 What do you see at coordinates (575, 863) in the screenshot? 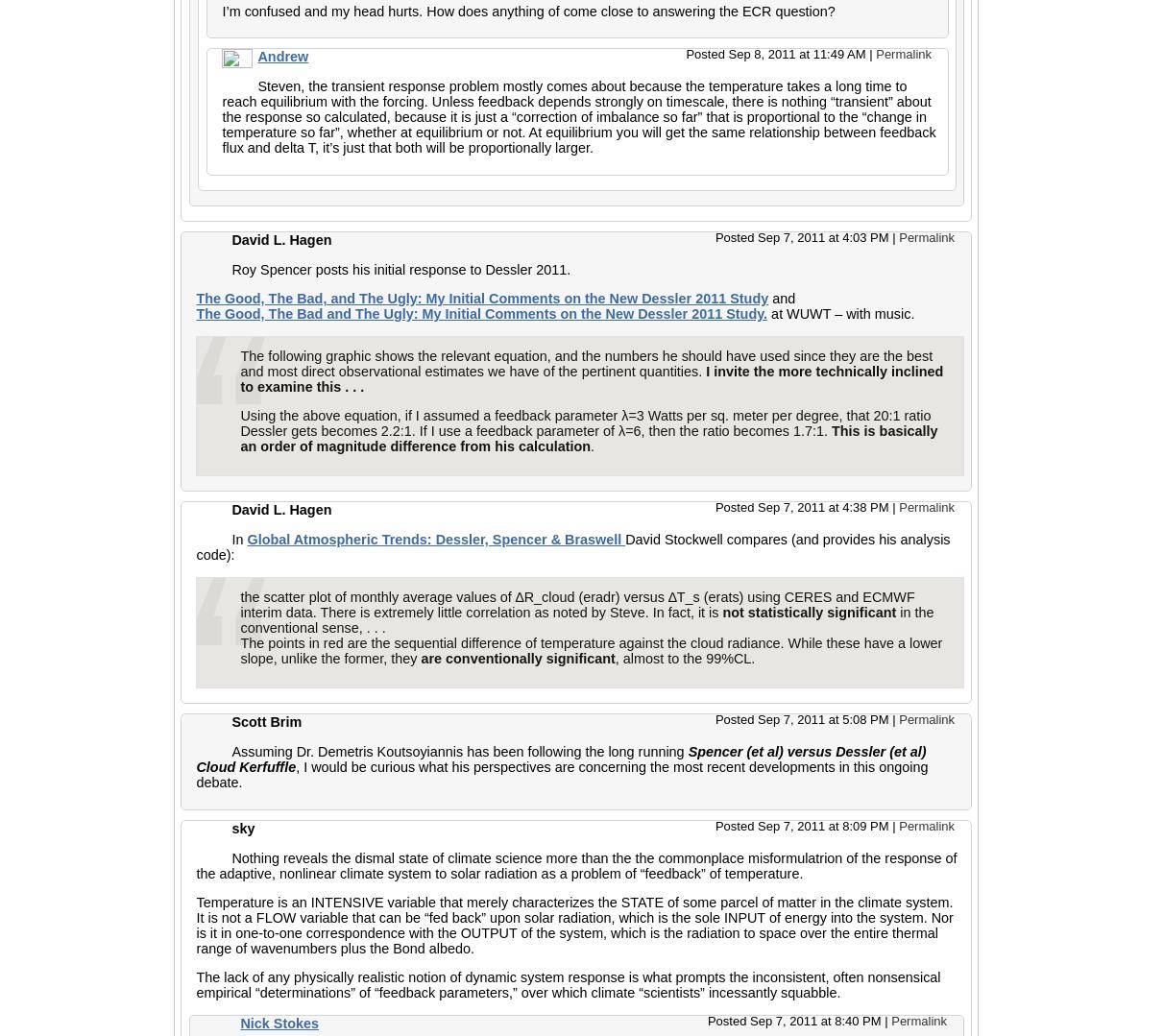
I see `'Nothing reveals the dismal state of climate science more than the the commonplace misformulatrion of the response of the adaptive, nonlinear climate system to solar radiation as a problem of “feedback” of temperature.'` at bounding box center [575, 863].